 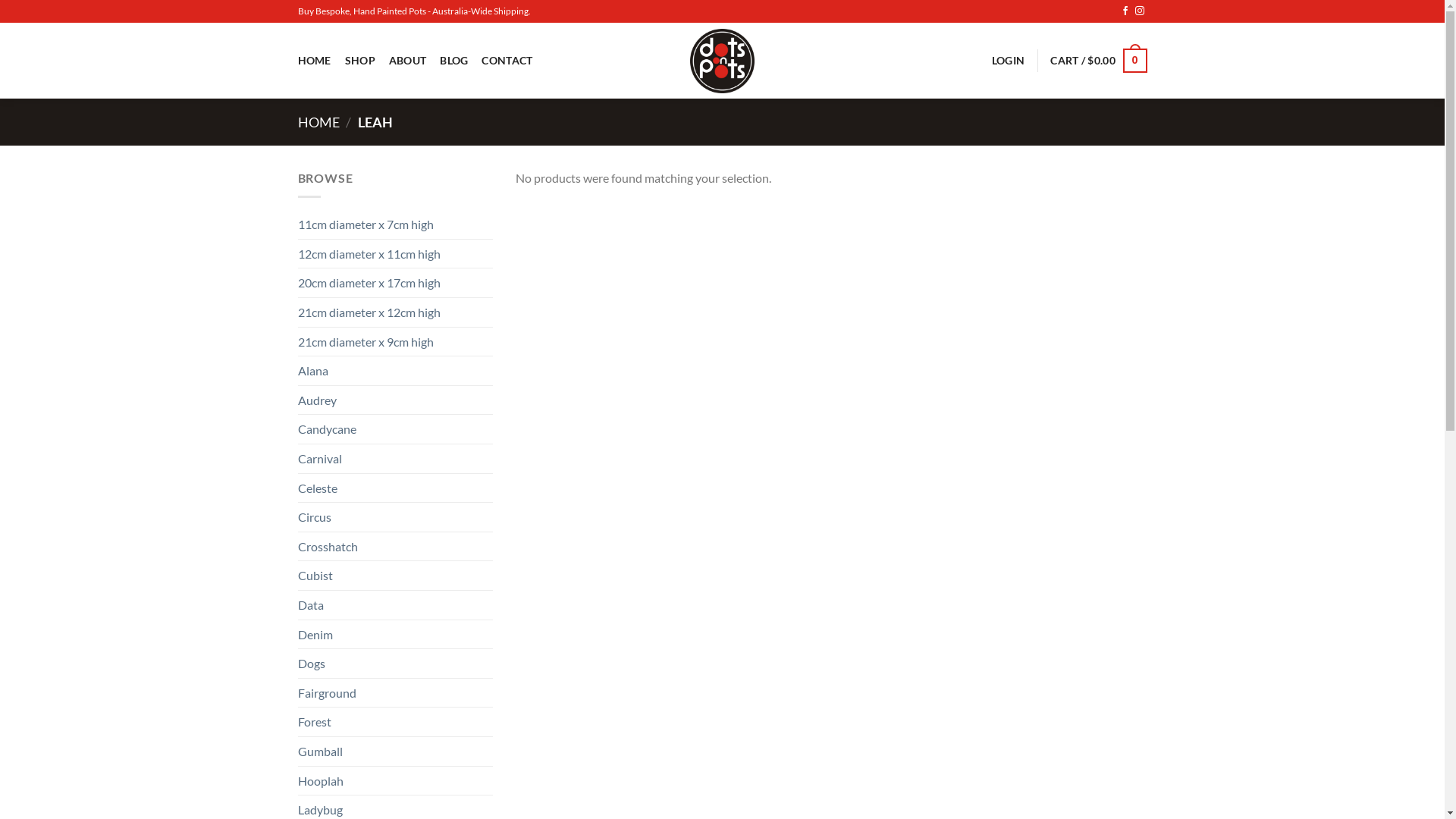 I want to click on 'Follow on Instagram', so click(x=1139, y=11).